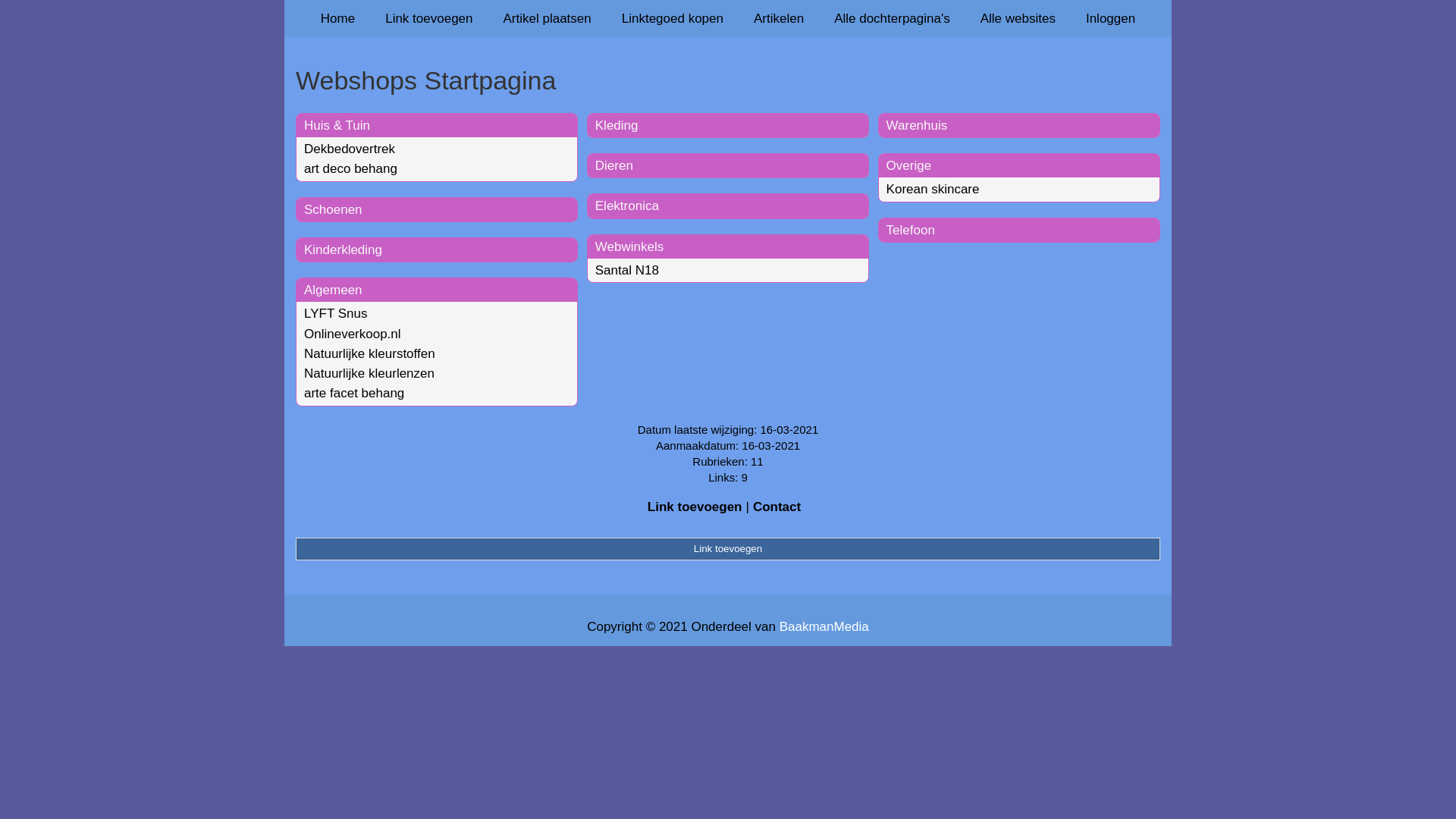 Image resolution: width=1456 pixels, height=819 pixels. What do you see at coordinates (617, 124) in the screenshot?
I see `'Kleding'` at bounding box center [617, 124].